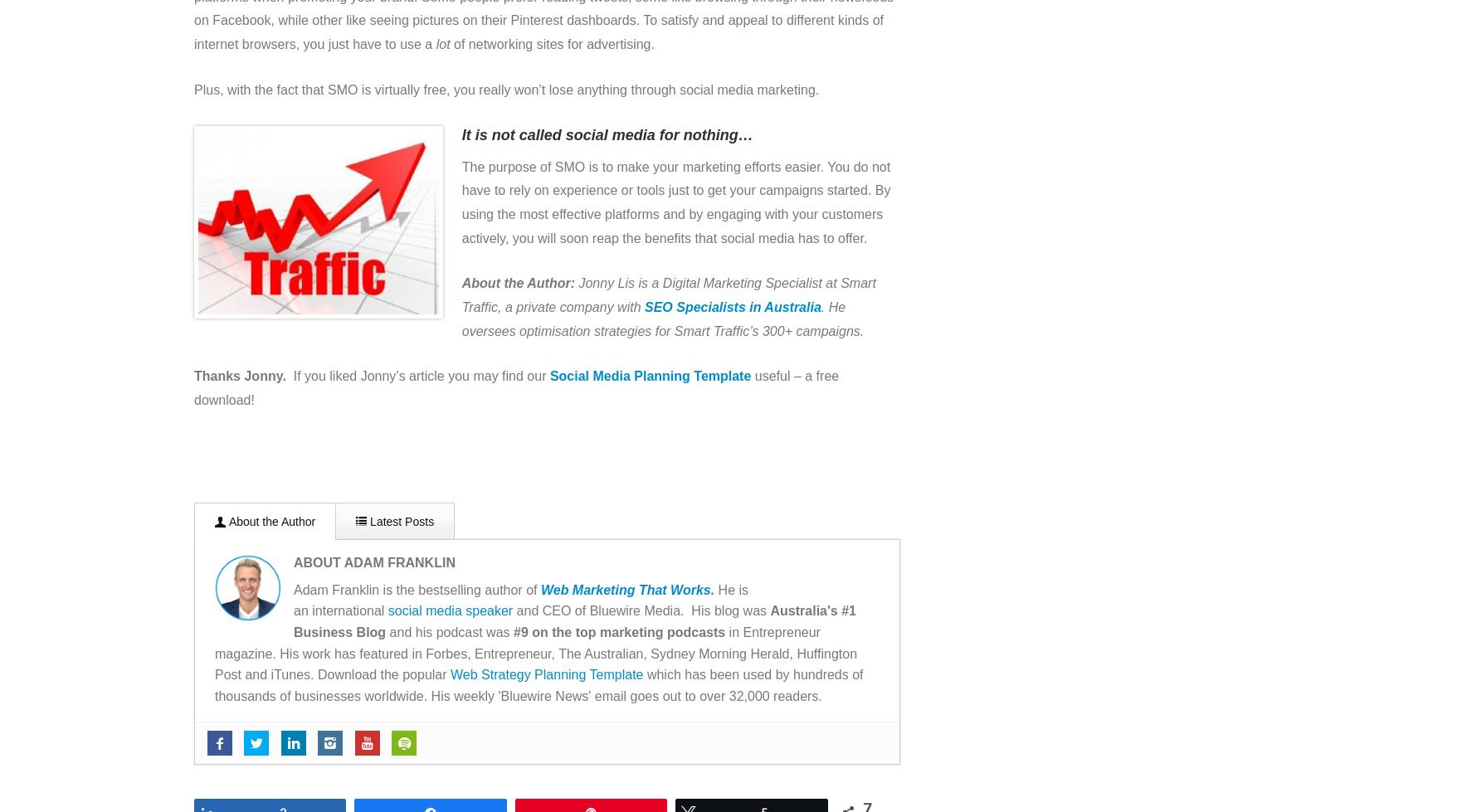 The width and height of the screenshot is (1467, 812). What do you see at coordinates (548, 376) in the screenshot?
I see `'Social Media Planning Template'` at bounding box center [548, 376].